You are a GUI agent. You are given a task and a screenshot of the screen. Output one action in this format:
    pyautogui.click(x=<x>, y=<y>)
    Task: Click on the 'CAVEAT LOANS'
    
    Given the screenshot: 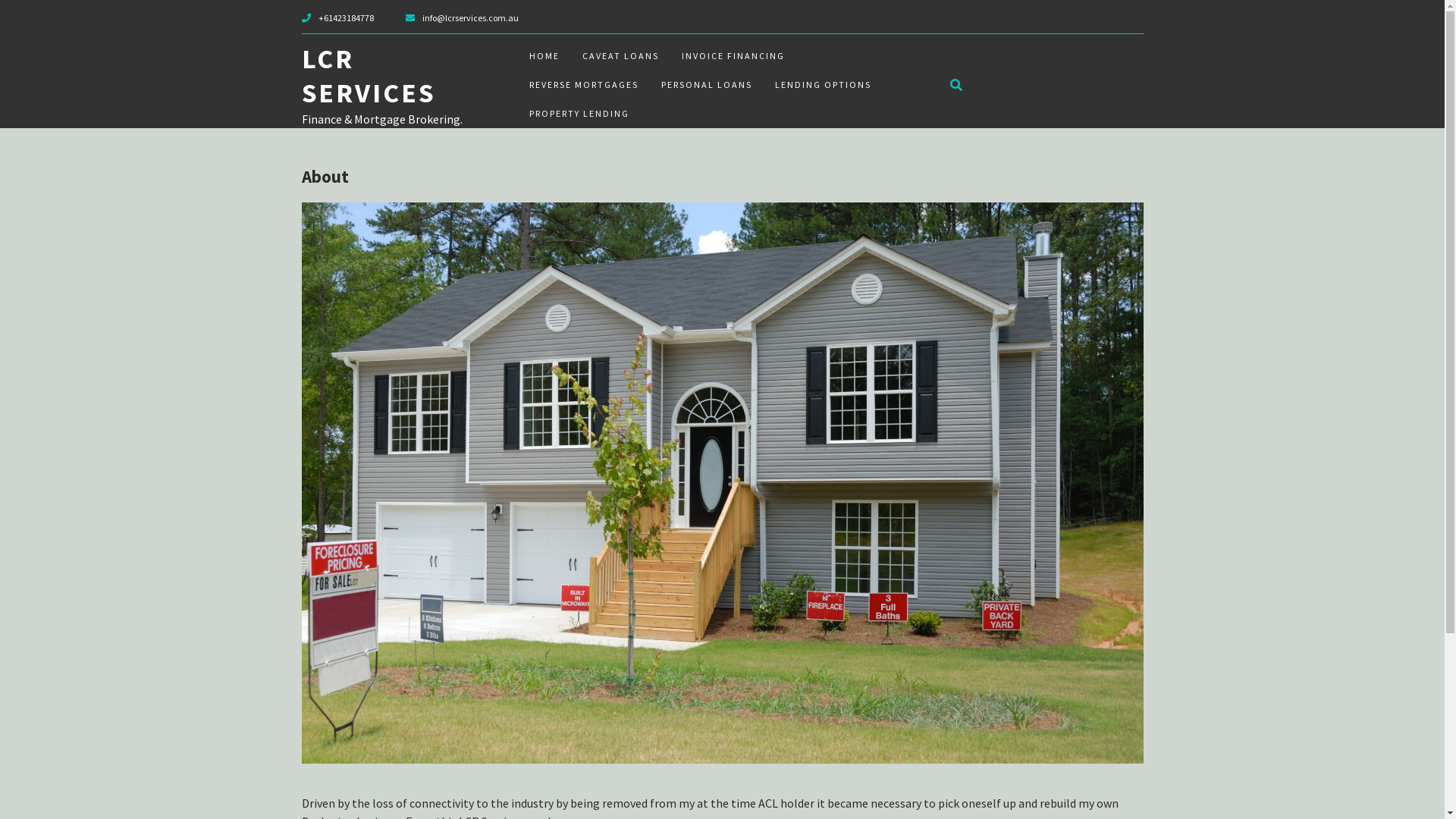 What is the action you would take?
    pyautogui.click(x=620, y=55)
    